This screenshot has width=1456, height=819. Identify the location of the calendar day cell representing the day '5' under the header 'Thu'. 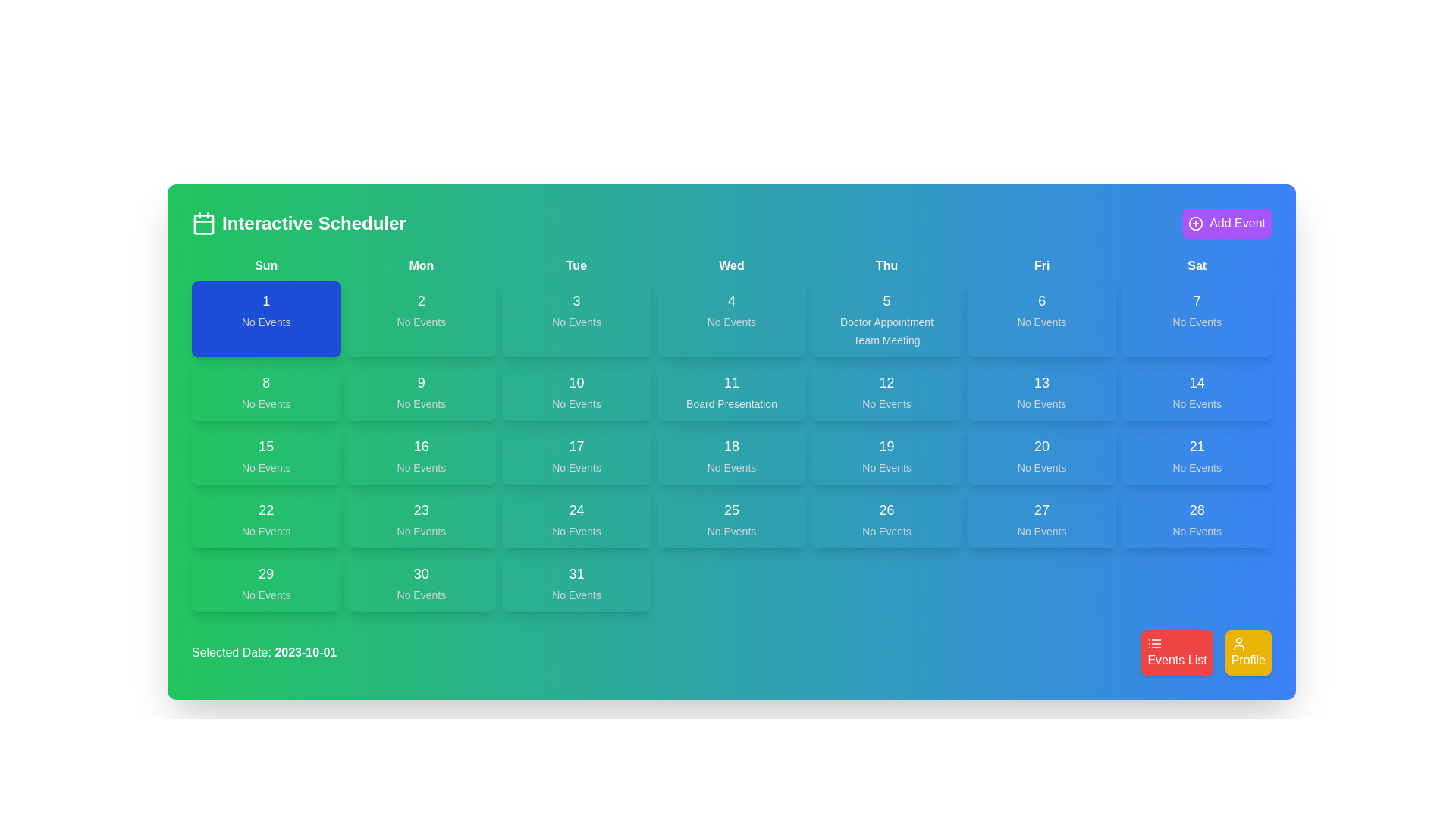
(886, 318).